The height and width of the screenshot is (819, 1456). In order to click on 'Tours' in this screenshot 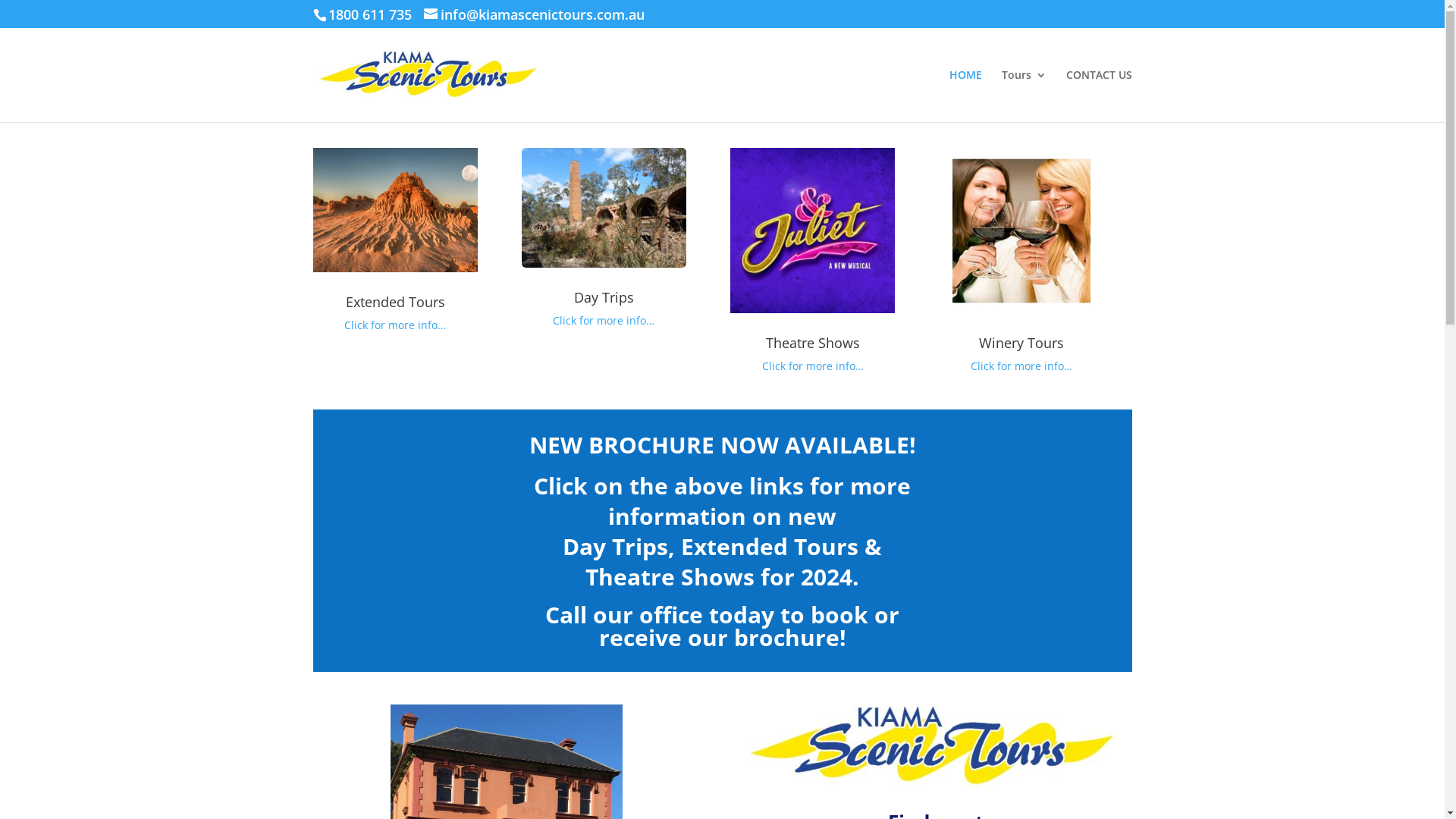, I will do `click(1001, 96)`.